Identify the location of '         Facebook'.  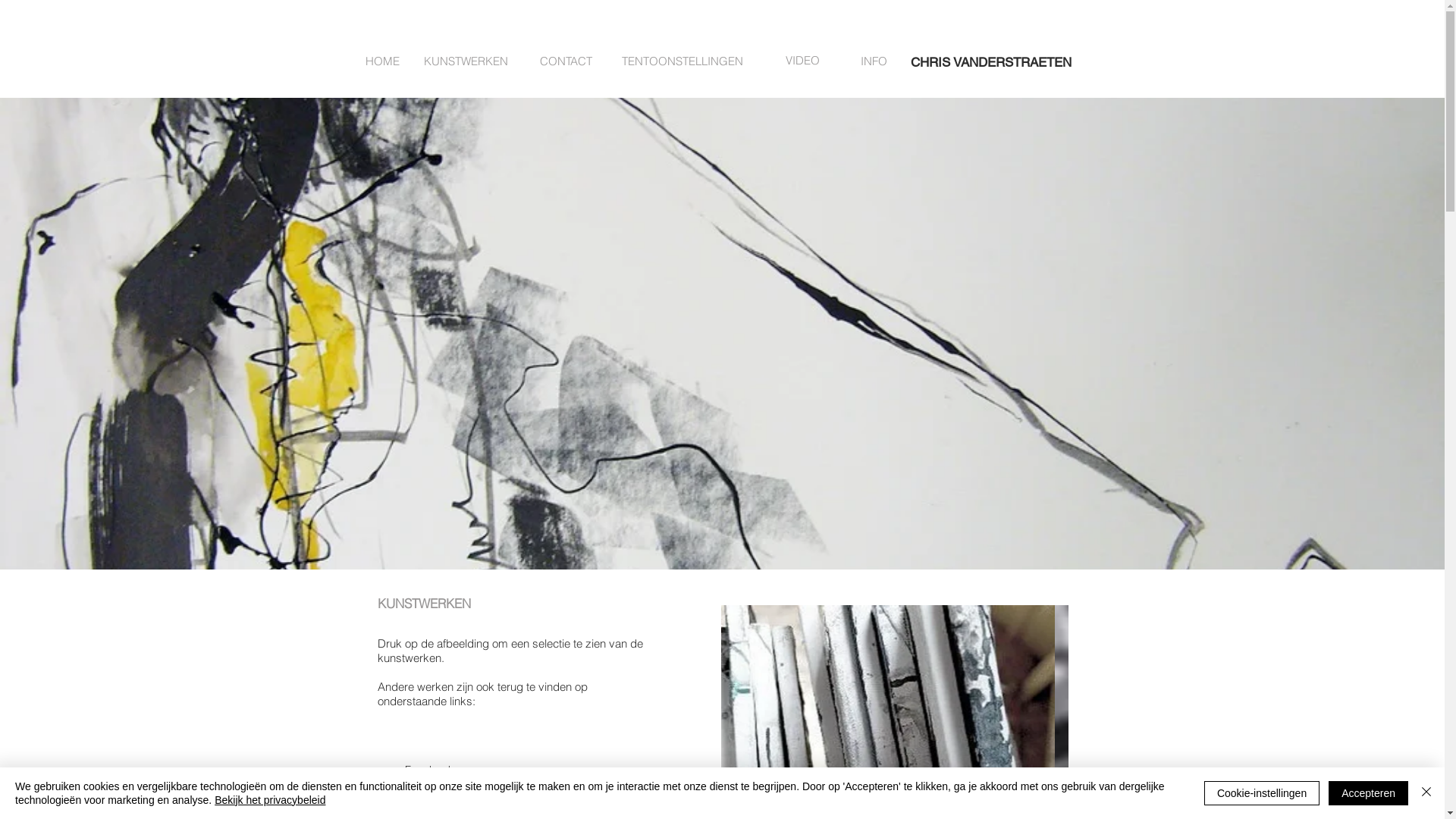
(415, 769).